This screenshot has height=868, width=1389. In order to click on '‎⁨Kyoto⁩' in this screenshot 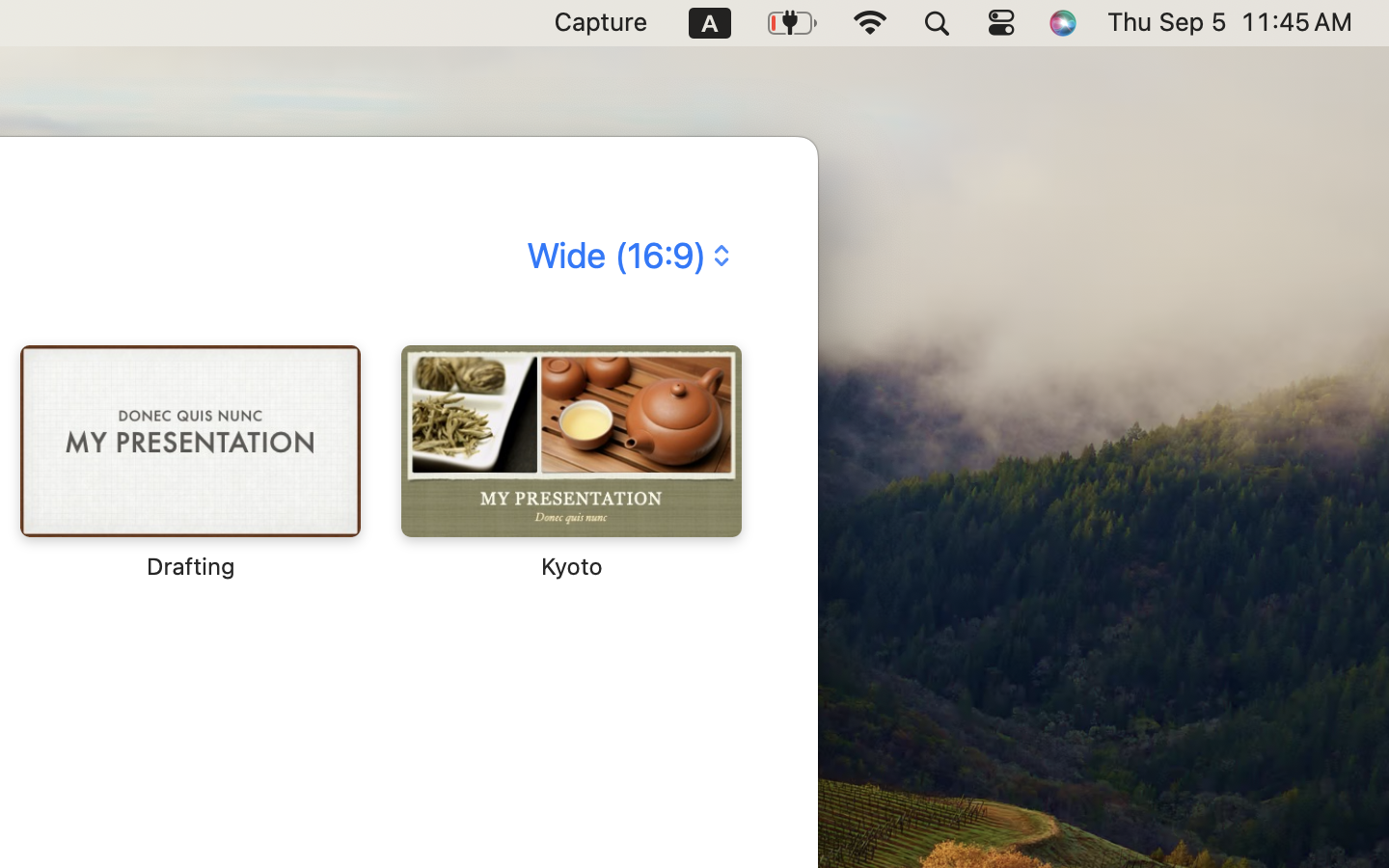, I will do `click(569, 461)`.